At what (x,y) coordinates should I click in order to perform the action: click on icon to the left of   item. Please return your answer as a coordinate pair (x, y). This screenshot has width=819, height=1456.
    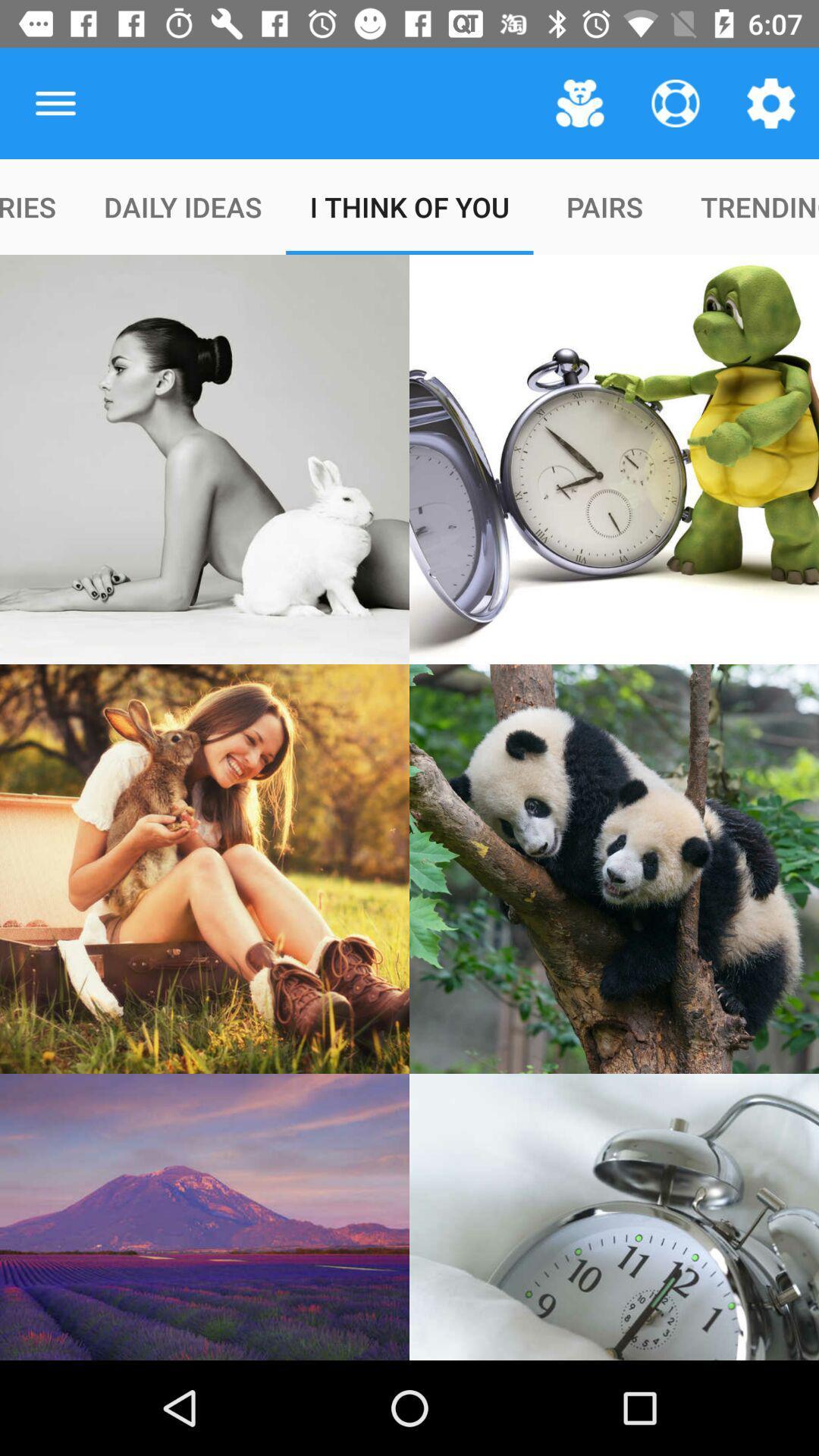
    Looking at the image, I should click on (55, 102).